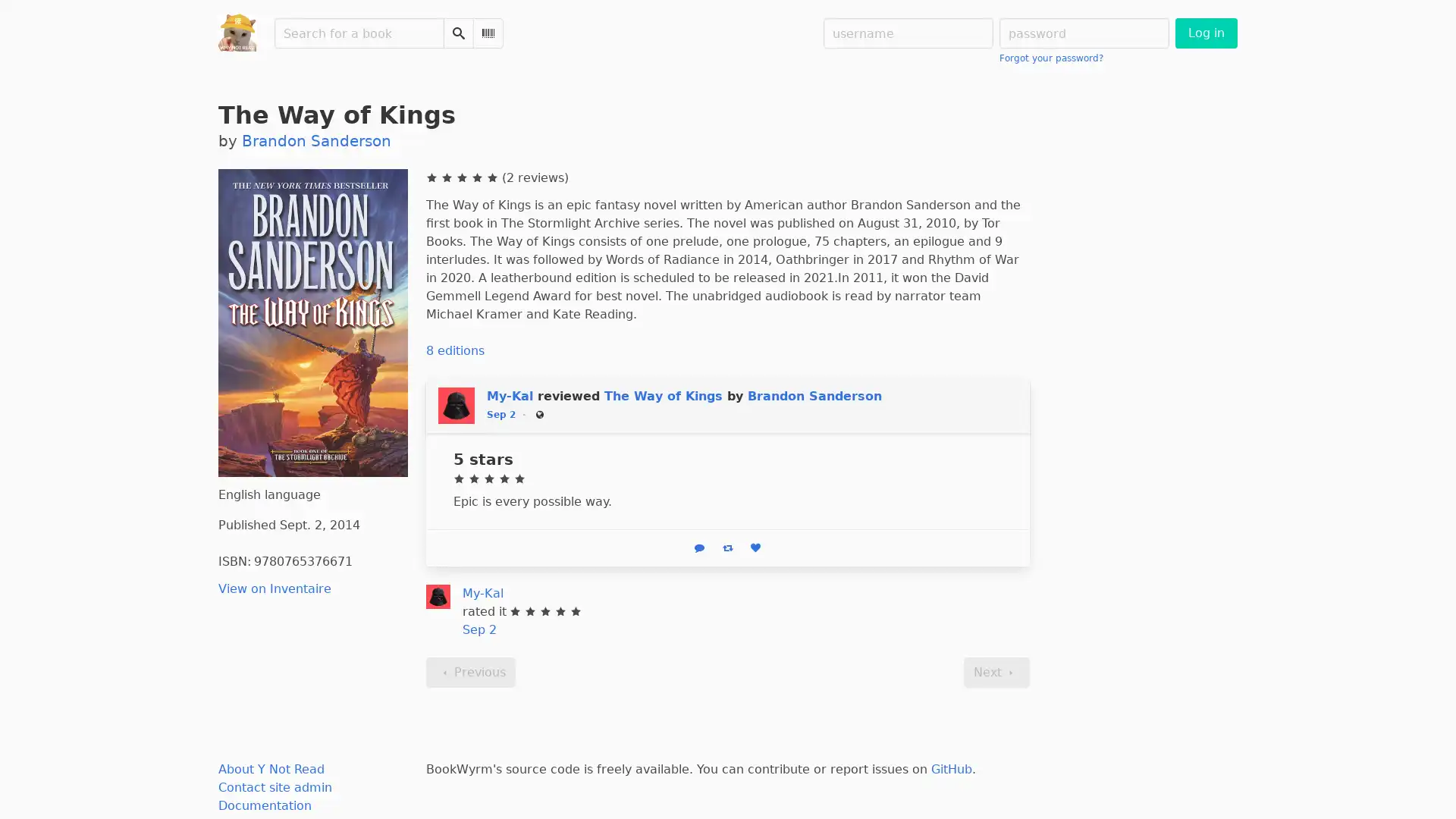 The image size is (1456, 819). I want to click on Log in, so click(1205, 33).